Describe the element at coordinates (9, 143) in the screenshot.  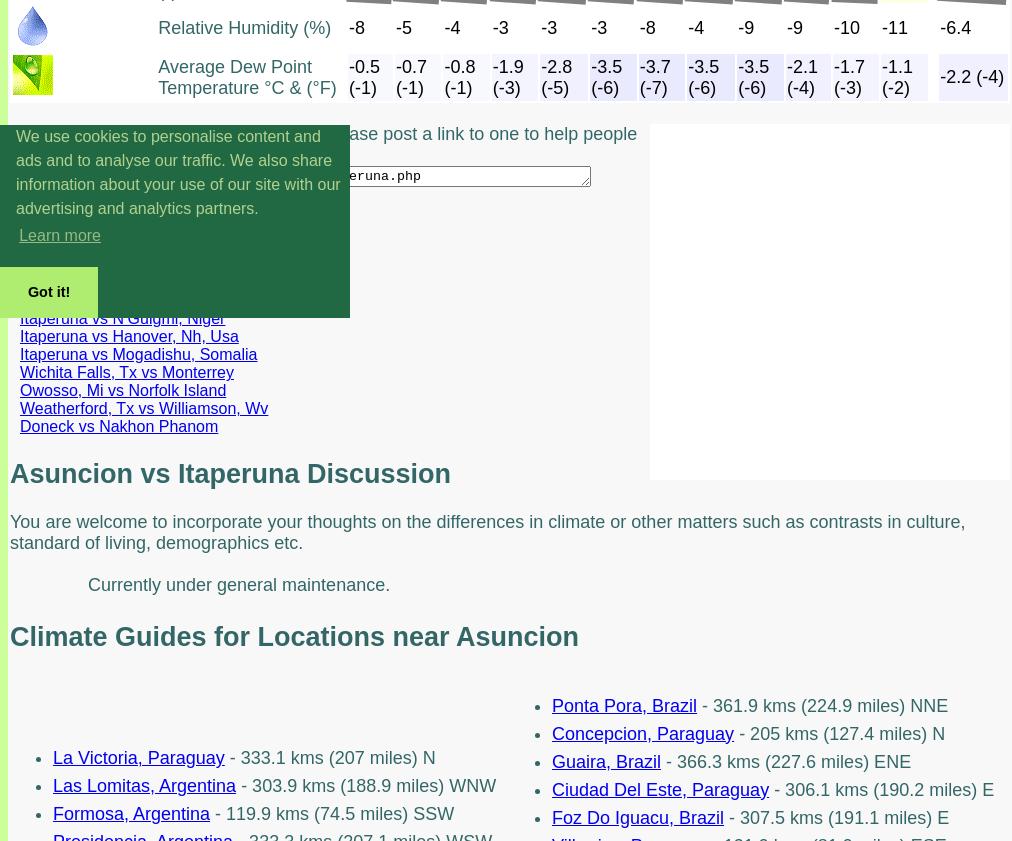
I see `'There are so many comparison pages. Please post a link to one to help people find them:'` at that location.